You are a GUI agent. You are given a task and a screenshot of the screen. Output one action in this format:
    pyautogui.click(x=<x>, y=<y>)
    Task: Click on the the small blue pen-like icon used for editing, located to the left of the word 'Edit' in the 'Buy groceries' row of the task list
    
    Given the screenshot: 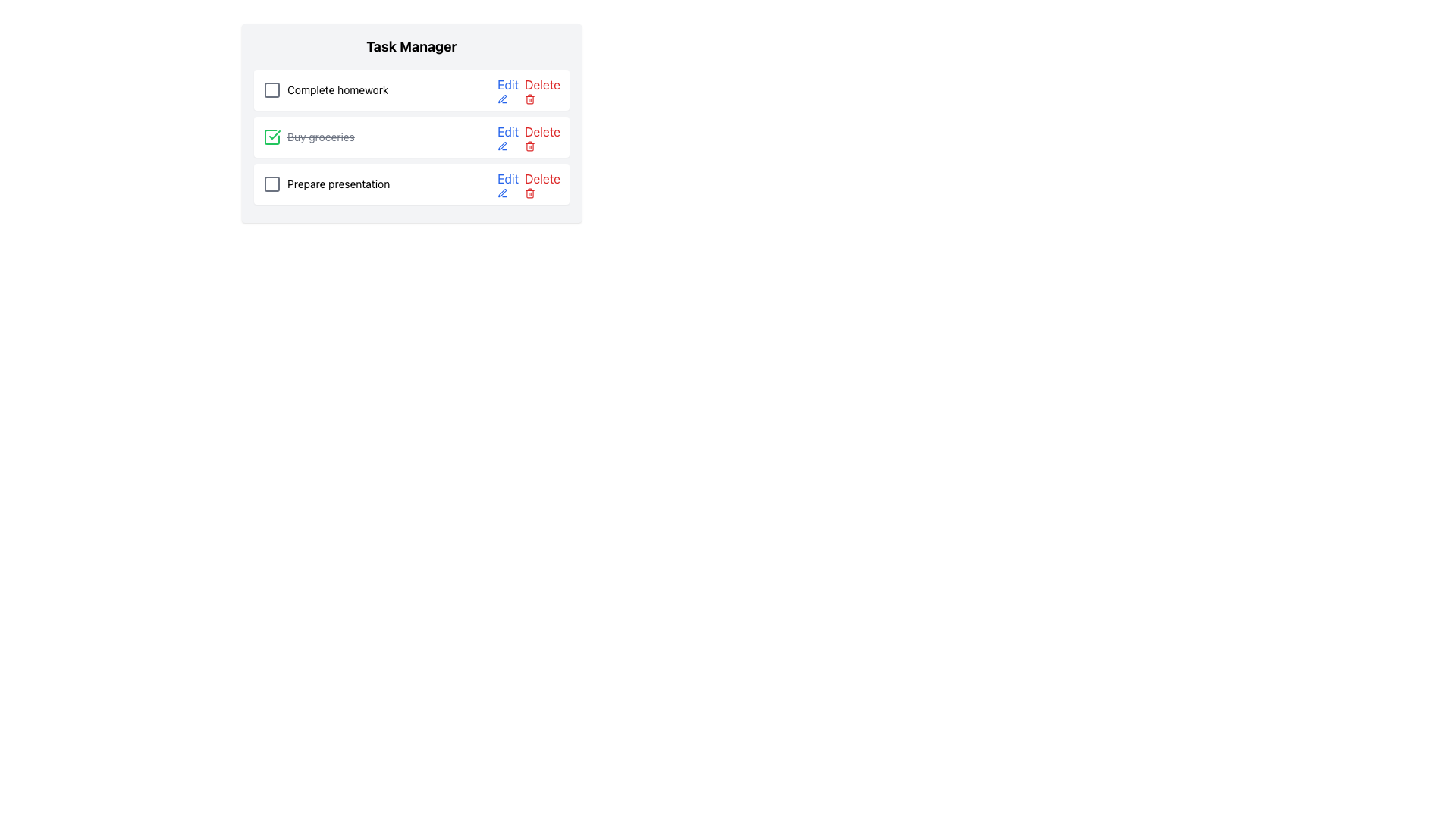 What is the action you would take?
    pyautogui.click(x=503, y=146)
    